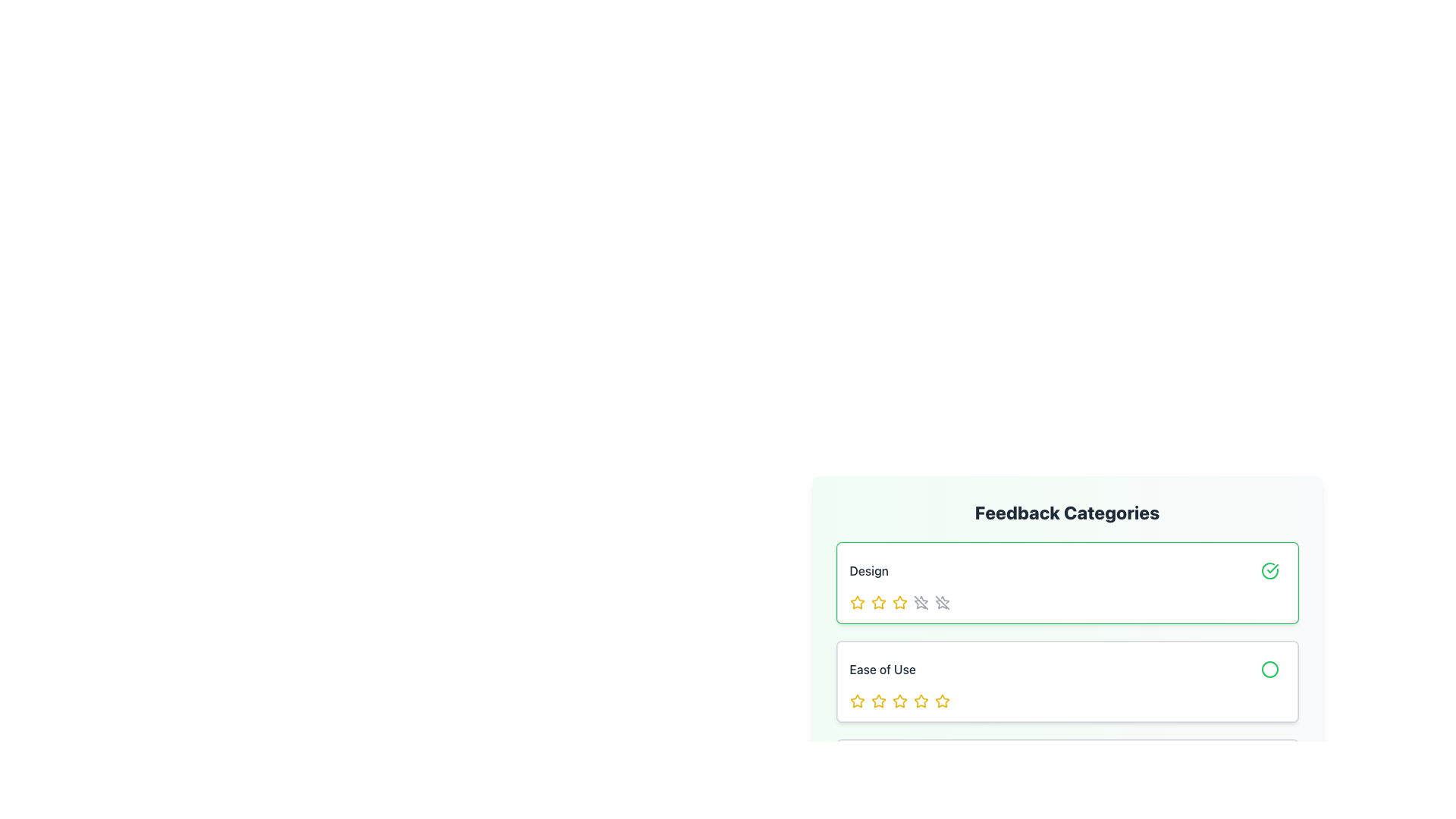 The image size is (1456, 819). I want to click on the fifth star icon in the rating system for 'Ease of Use' feedback, so click(941, 701).